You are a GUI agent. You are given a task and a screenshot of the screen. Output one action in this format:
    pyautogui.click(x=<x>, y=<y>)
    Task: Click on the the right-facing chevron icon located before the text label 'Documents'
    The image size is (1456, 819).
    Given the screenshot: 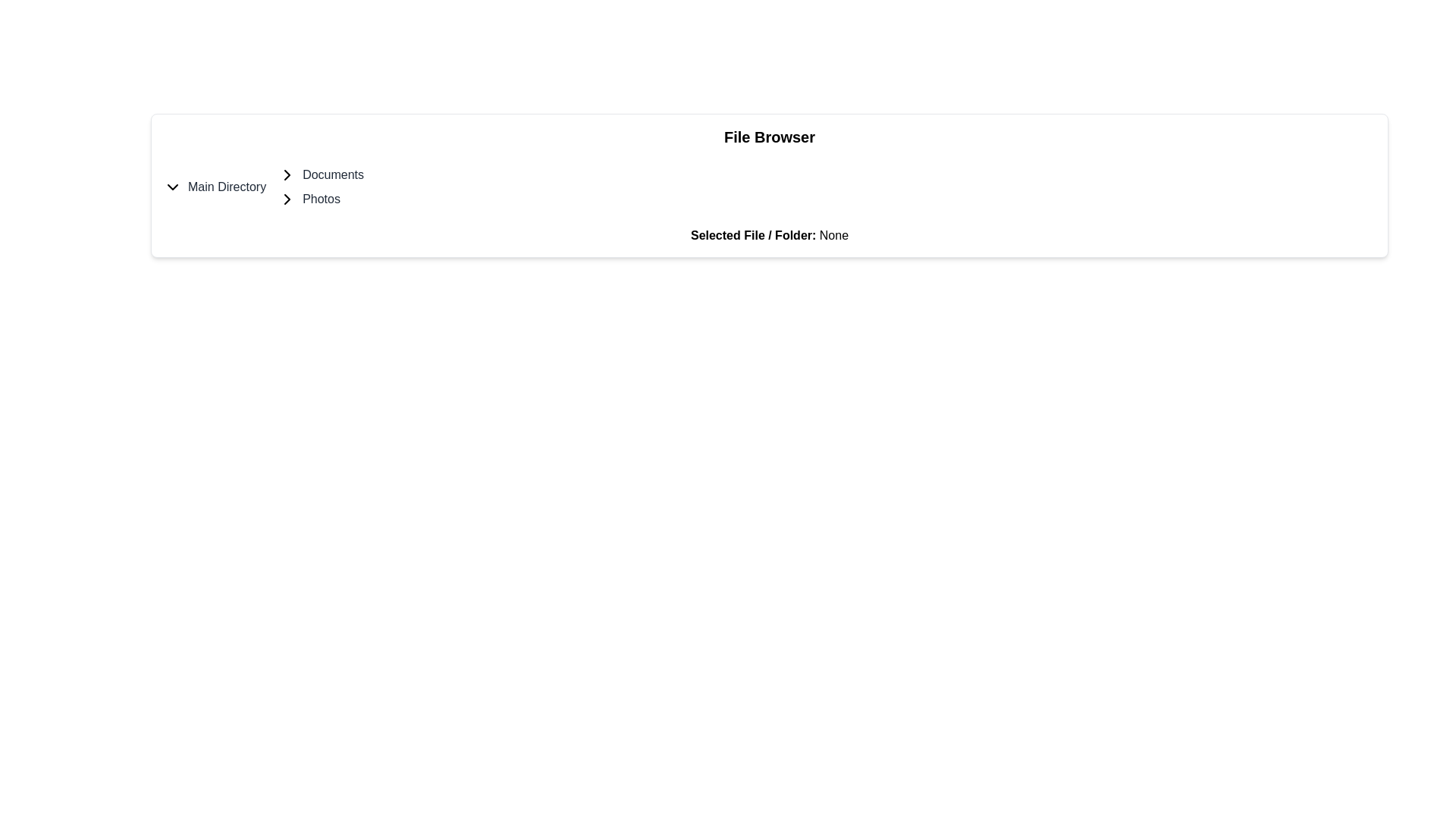 What is the action you would take?
    pyautogui.click(x=287, y=174)
    